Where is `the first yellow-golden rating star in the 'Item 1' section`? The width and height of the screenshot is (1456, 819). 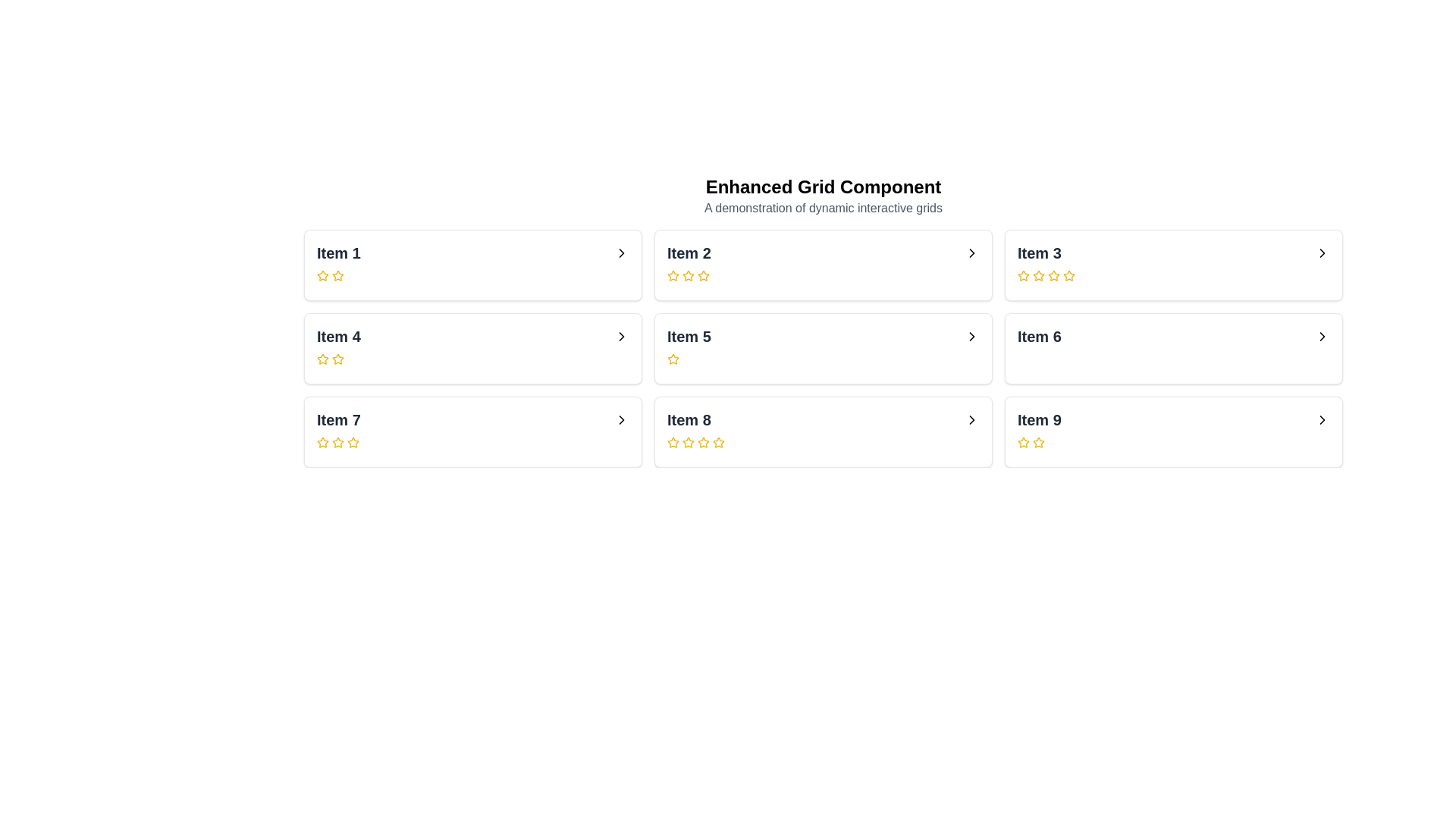
the first yellow-golden rating star in the 'Item 1' section is located at coordinates (322, 275).